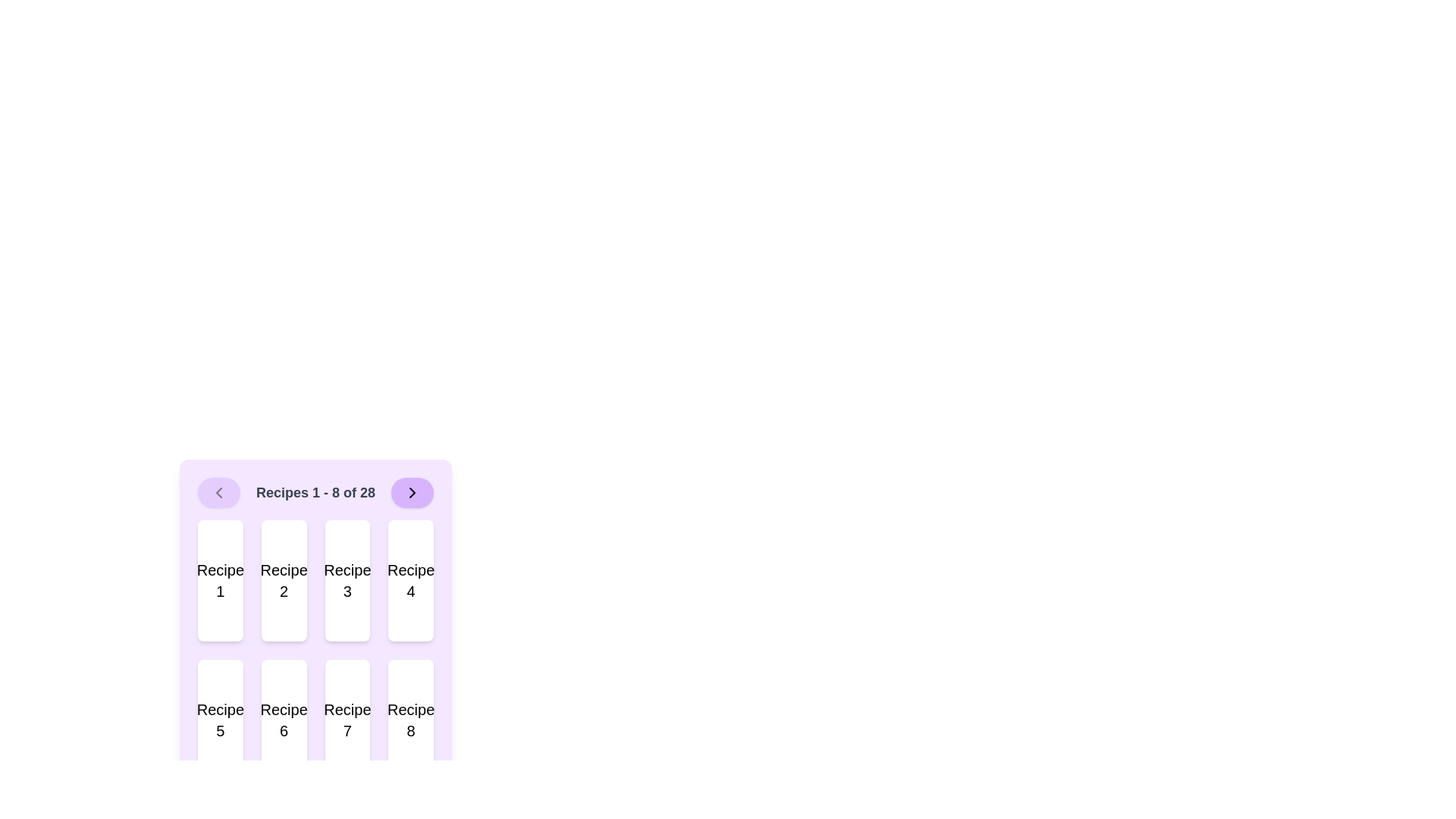 The height and width of the screenshot is (819, 1456). What do you see at coordinates (315, 585) in the screenshot?
I see `the individual recipe card in the List grid` at bounding box center [315, 585].